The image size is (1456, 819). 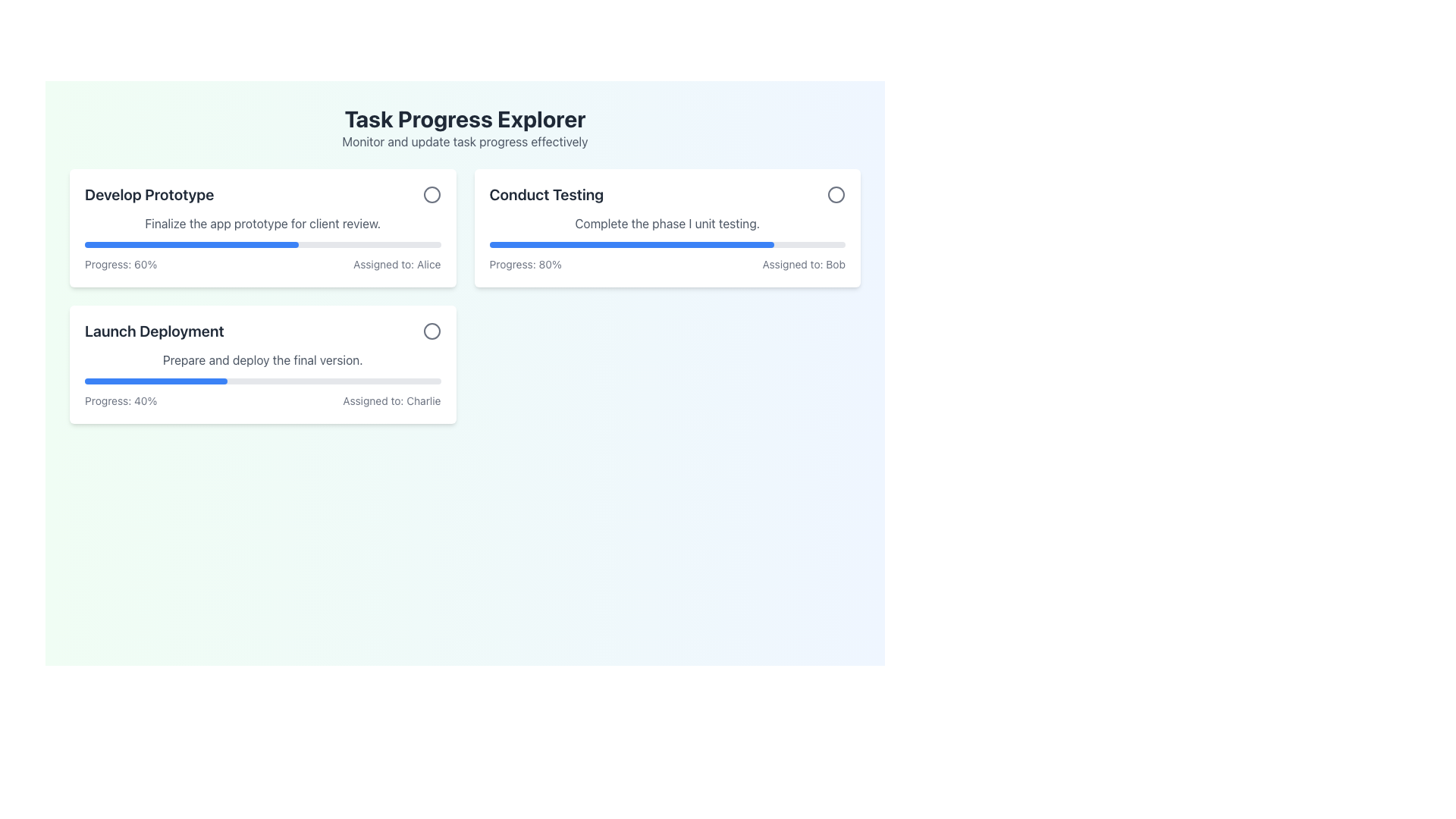 What do you see at coordinates (120, 400) in the screenshot?
I see `the text label displaying 'Progress: 40%' in gray font, located at the bottom-left side of the 'Launch Deployment' card` at bounding box center [120, 400].